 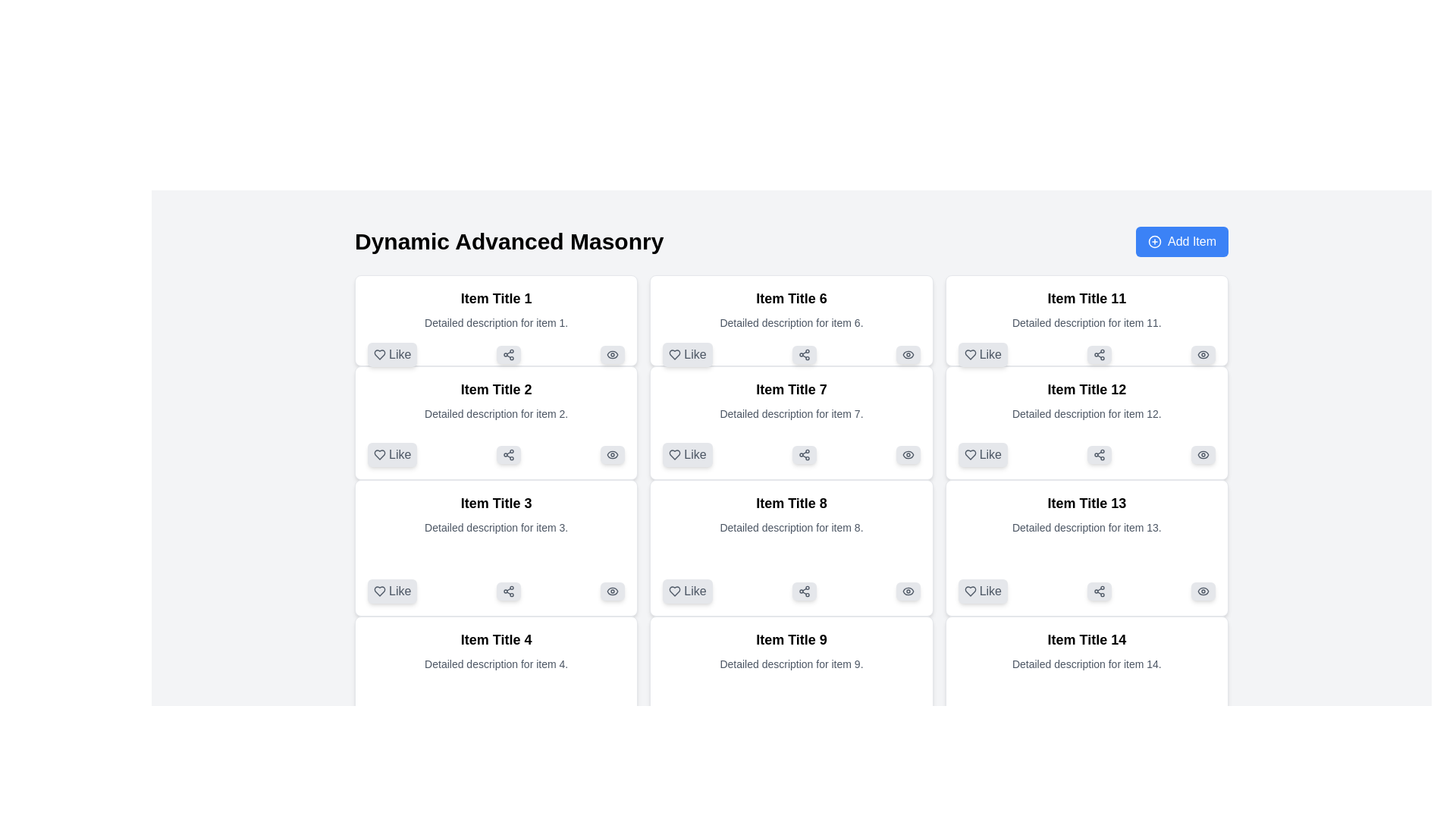 I want to click on the circular icon with a plus sign, which is part of the 'Add Item' button located at the top-right of the interface, so click(x=1153, y=241).